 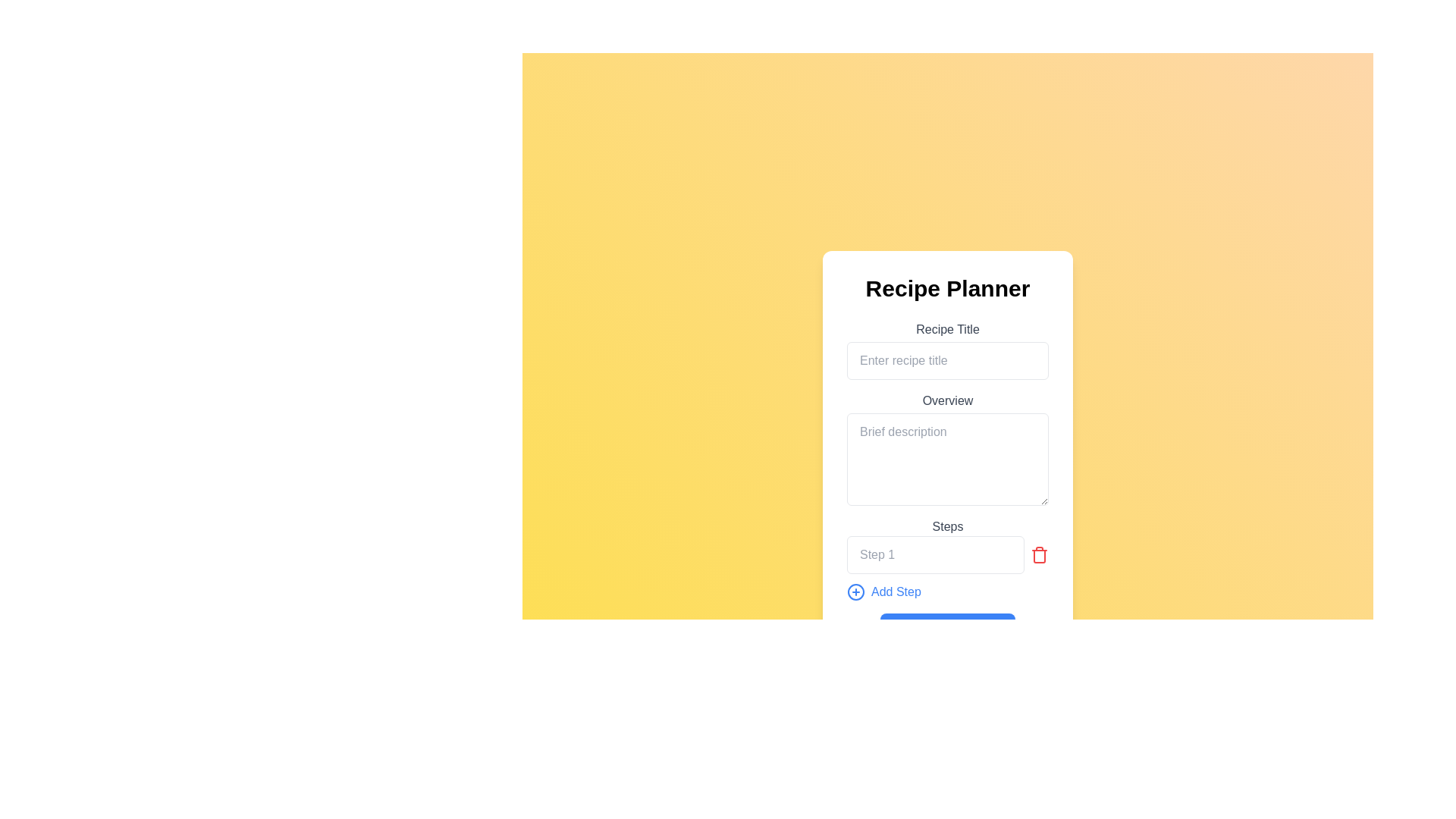 What do you see at coordinates (988, 632) in the screenshot?
I see `the status indication for the save icon, which is an SVG image with a disk design located at the bottom of the interface and aligned toward the center` at bounding box center [988, 632].